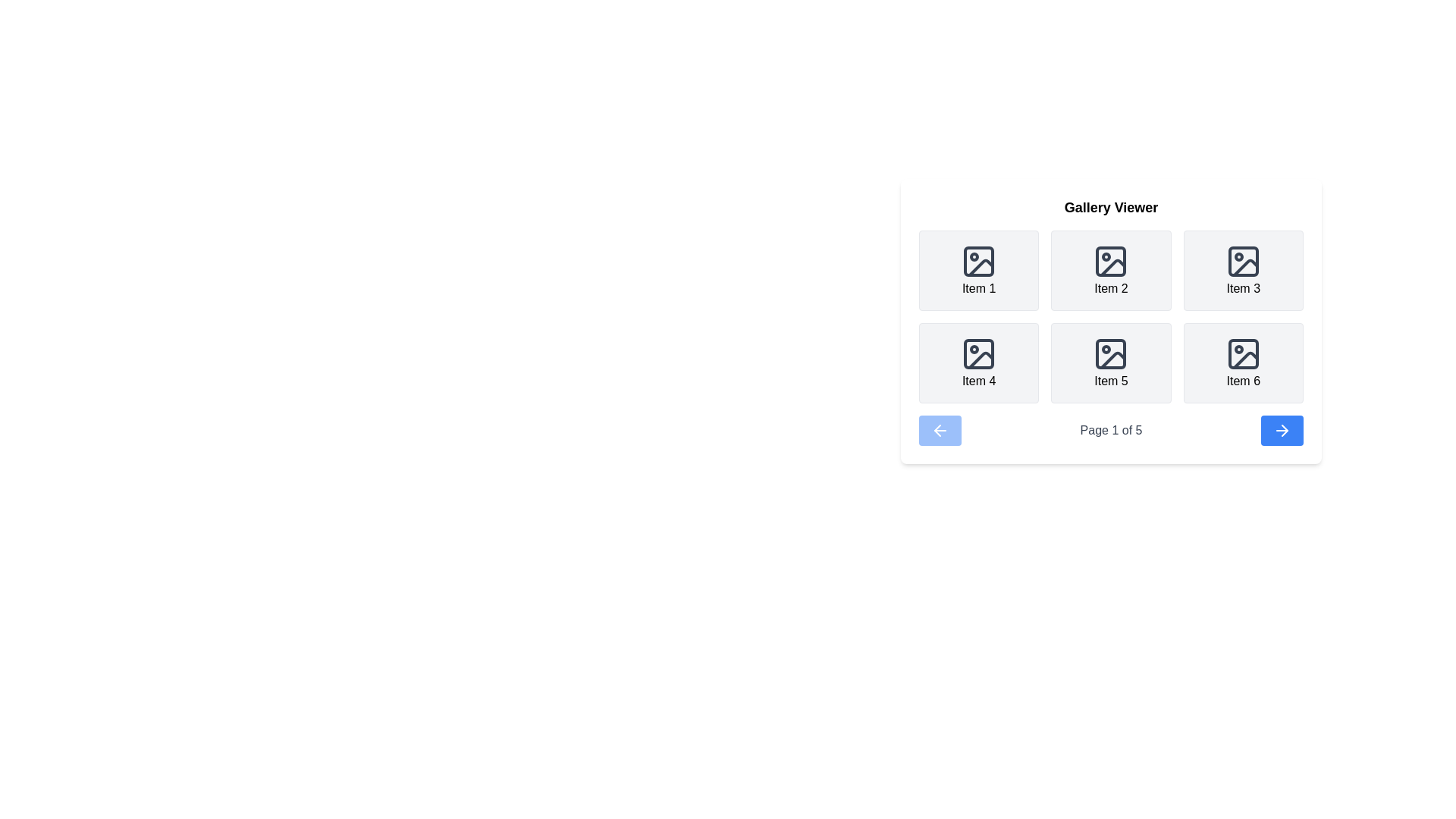 This screenshot has width=1456, height=819. I want to click on the card-like element representing 'Item 1' in the grid-based gallery, which features a light gray background, rounded corners, and a centered dark gray icon, so click(979, 270).